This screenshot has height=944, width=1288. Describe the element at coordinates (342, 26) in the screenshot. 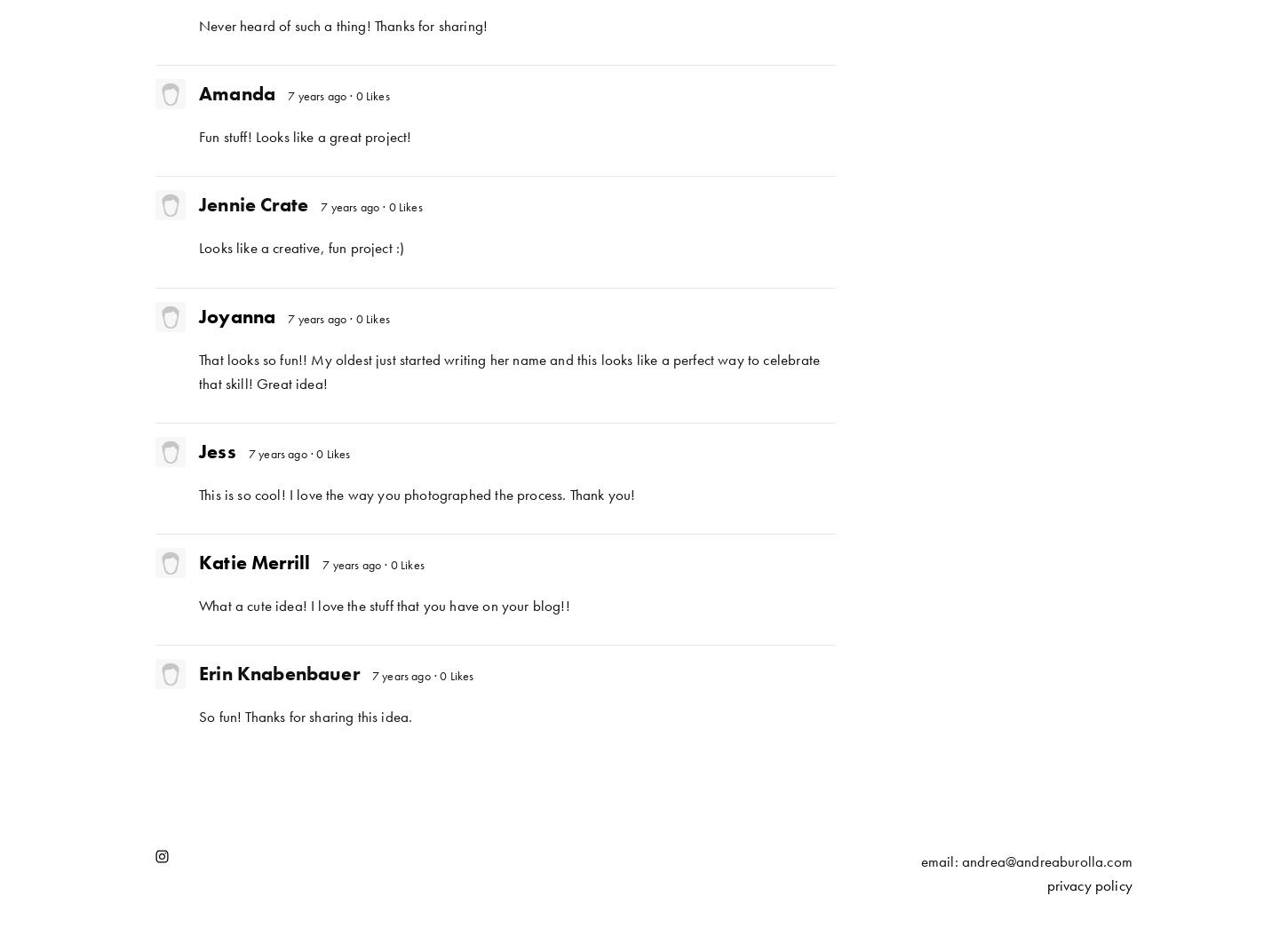

I see `'Never heard of such a thing! Thanks for sharing!'` at that location.